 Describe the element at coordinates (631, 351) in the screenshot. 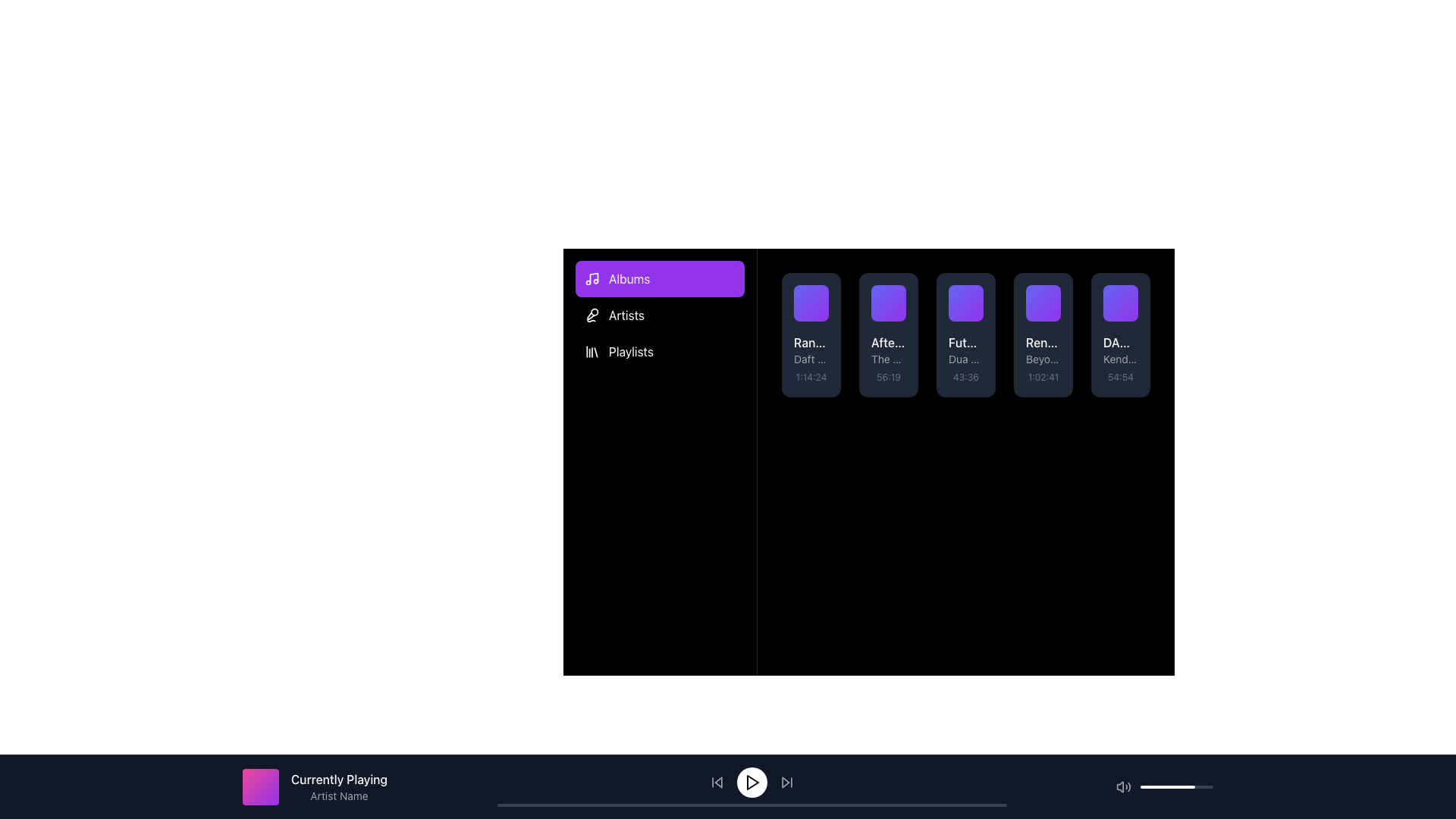

I see `the 'Playlists' text label within the navigational menu located below 'Artists'` at that location.